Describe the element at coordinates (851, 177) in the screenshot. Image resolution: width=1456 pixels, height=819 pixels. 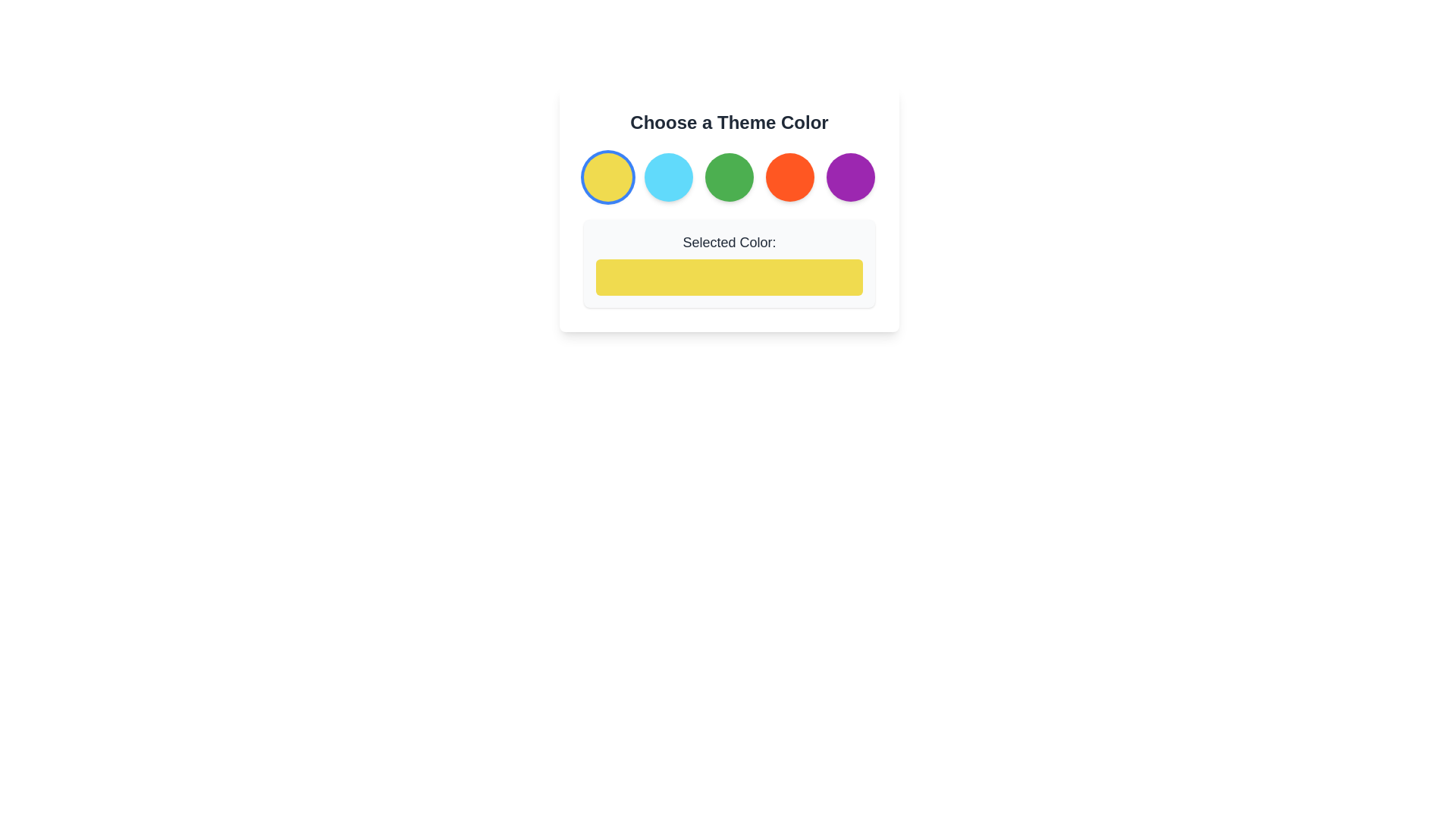
I see `the circular button with a purple background` at that location.